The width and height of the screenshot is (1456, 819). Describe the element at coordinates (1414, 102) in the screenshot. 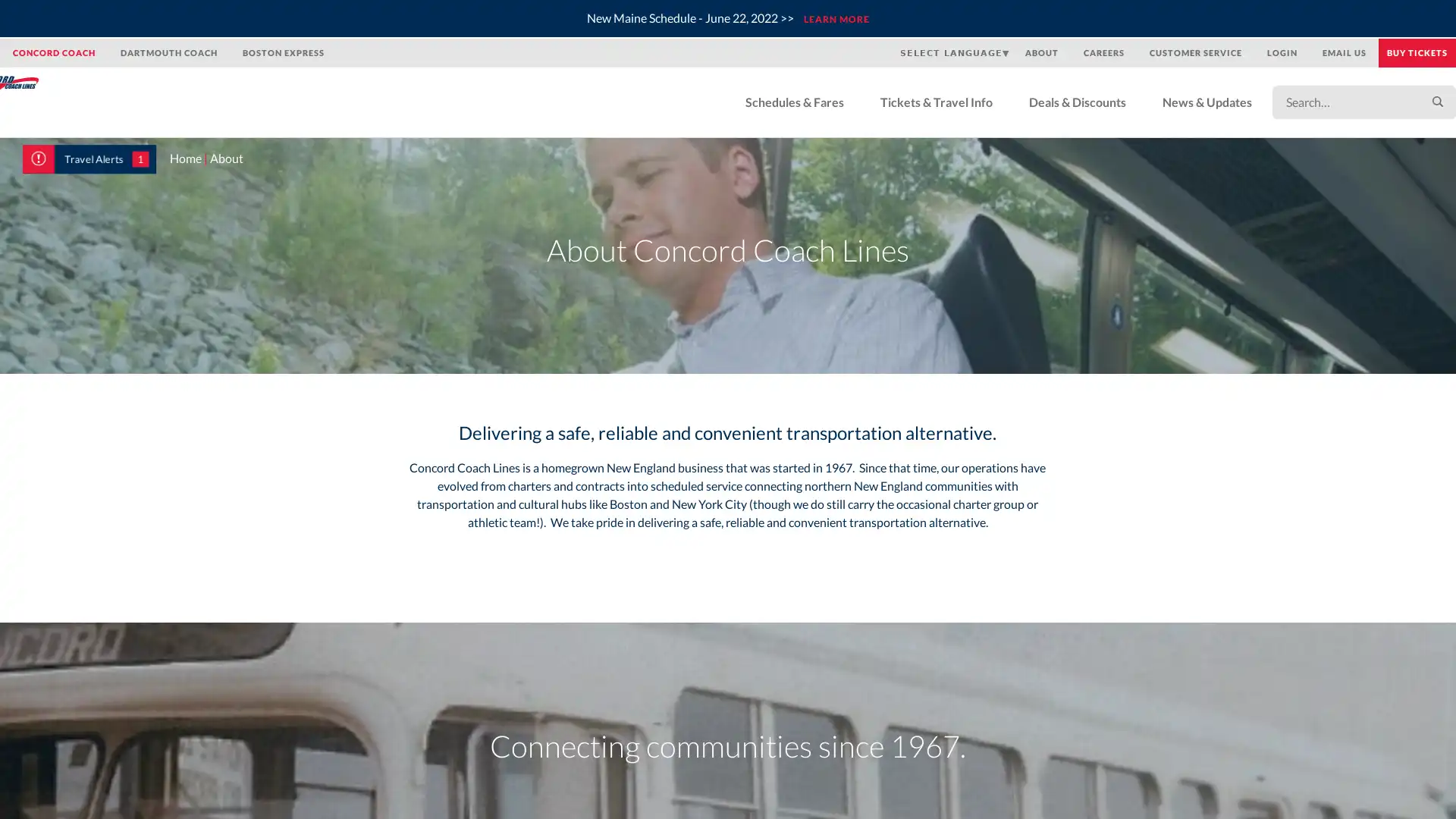

I see `Search` at that location.